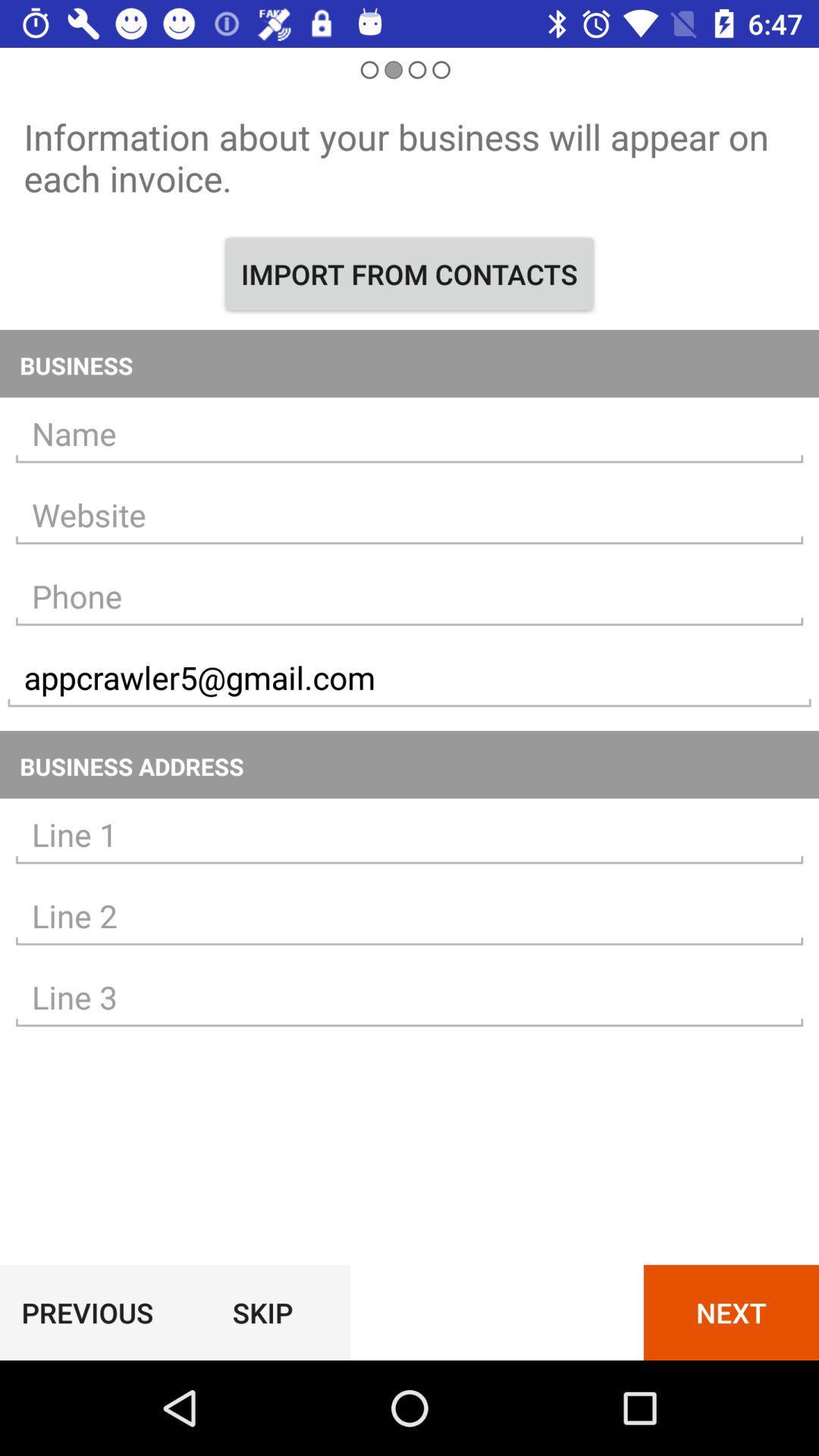  What do you see at coordinates (409, 596) in the screenshot?
I see `the phone number` at bounding box center [409, 596].